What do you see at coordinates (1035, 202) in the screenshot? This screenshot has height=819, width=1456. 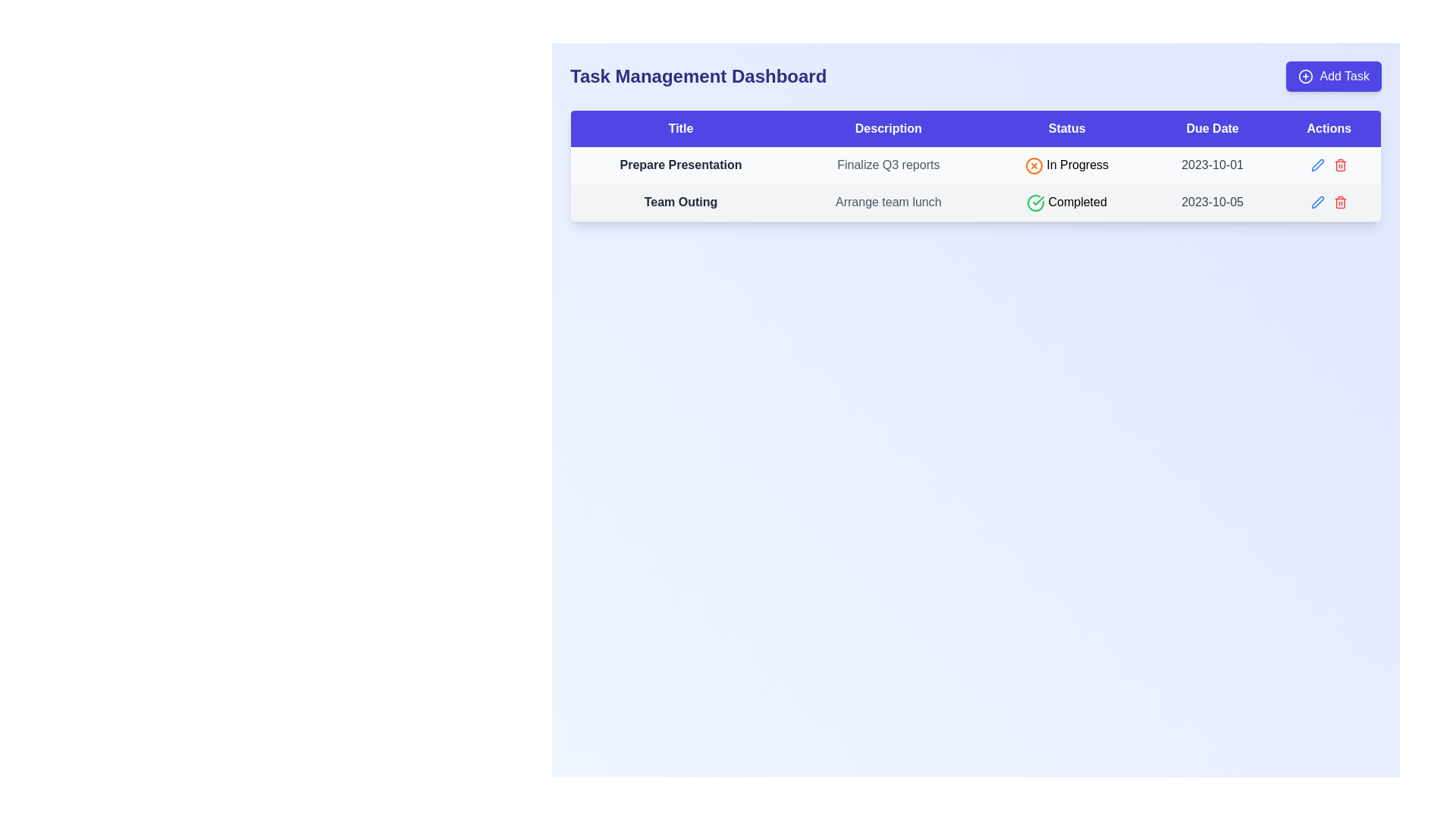 I see `the circular segment of the green checkmark icon in the 'Status' column of the second row in the table, which indicates task completion` at bounding box center [1035, 202].